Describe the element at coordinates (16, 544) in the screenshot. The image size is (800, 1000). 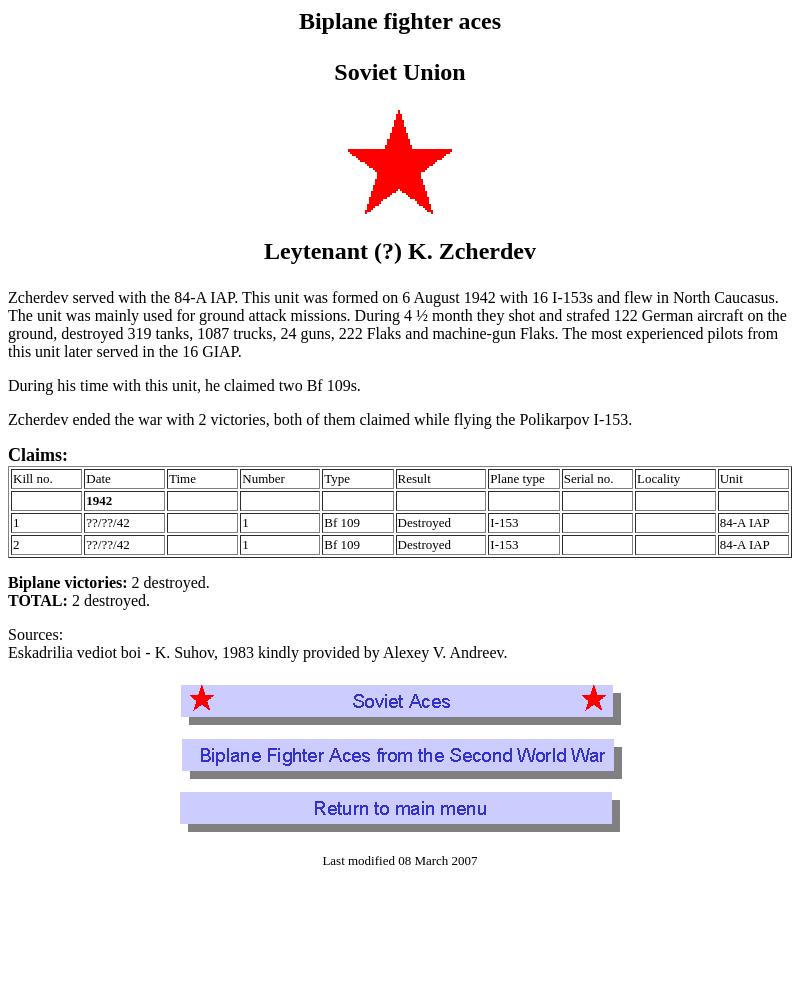
I see `'2'` at that location.